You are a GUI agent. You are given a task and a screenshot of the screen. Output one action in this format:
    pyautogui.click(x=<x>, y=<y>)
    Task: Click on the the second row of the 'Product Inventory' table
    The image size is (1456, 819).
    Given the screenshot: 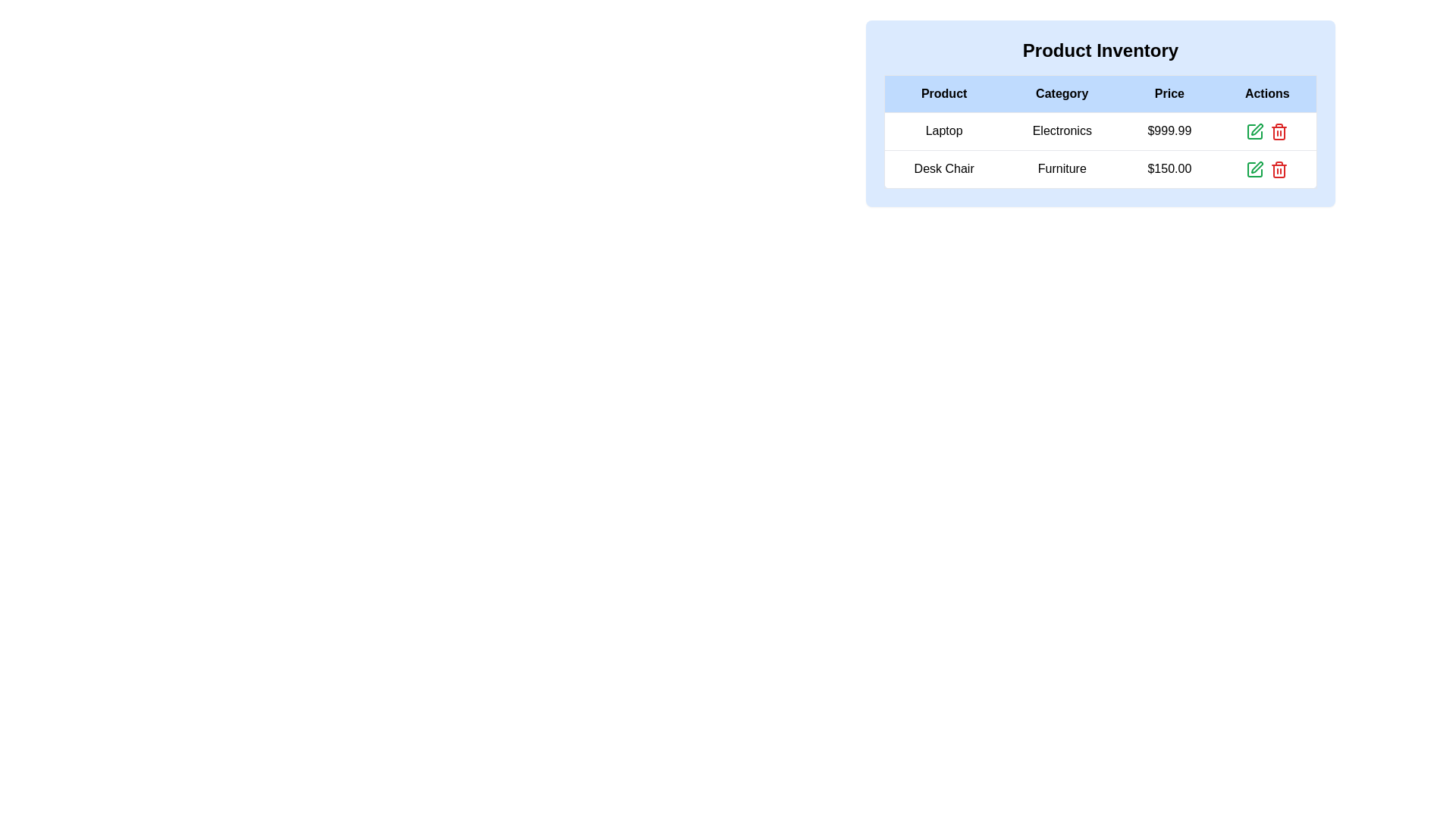 What is the action you would take?
    pyautogui.click(x=1100, y=169)
    